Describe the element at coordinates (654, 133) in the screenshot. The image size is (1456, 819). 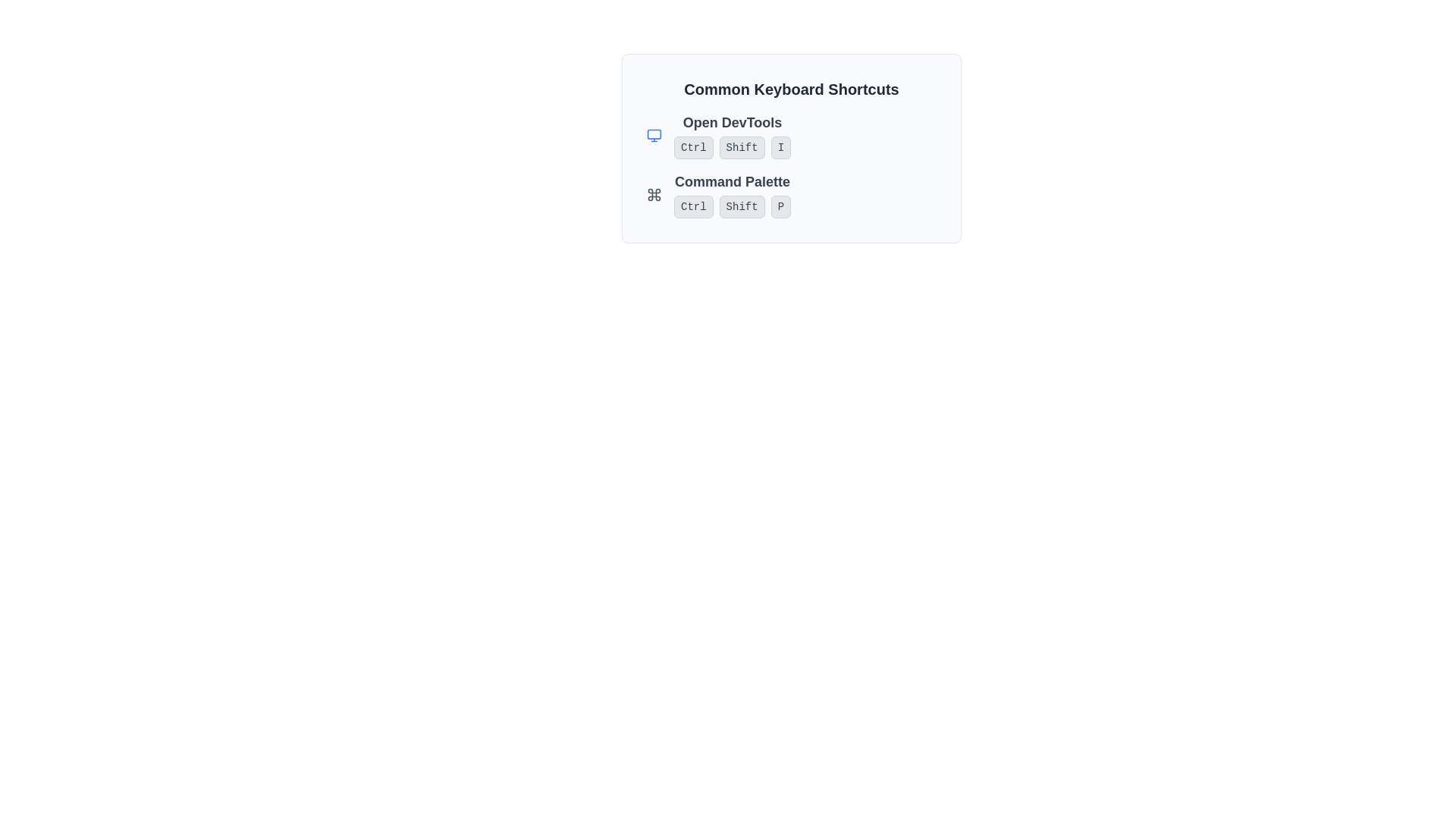
I see `the central rectangular region of the monitor icon, which is part of a Vector Graphic Component resembling a monitor` at that location.